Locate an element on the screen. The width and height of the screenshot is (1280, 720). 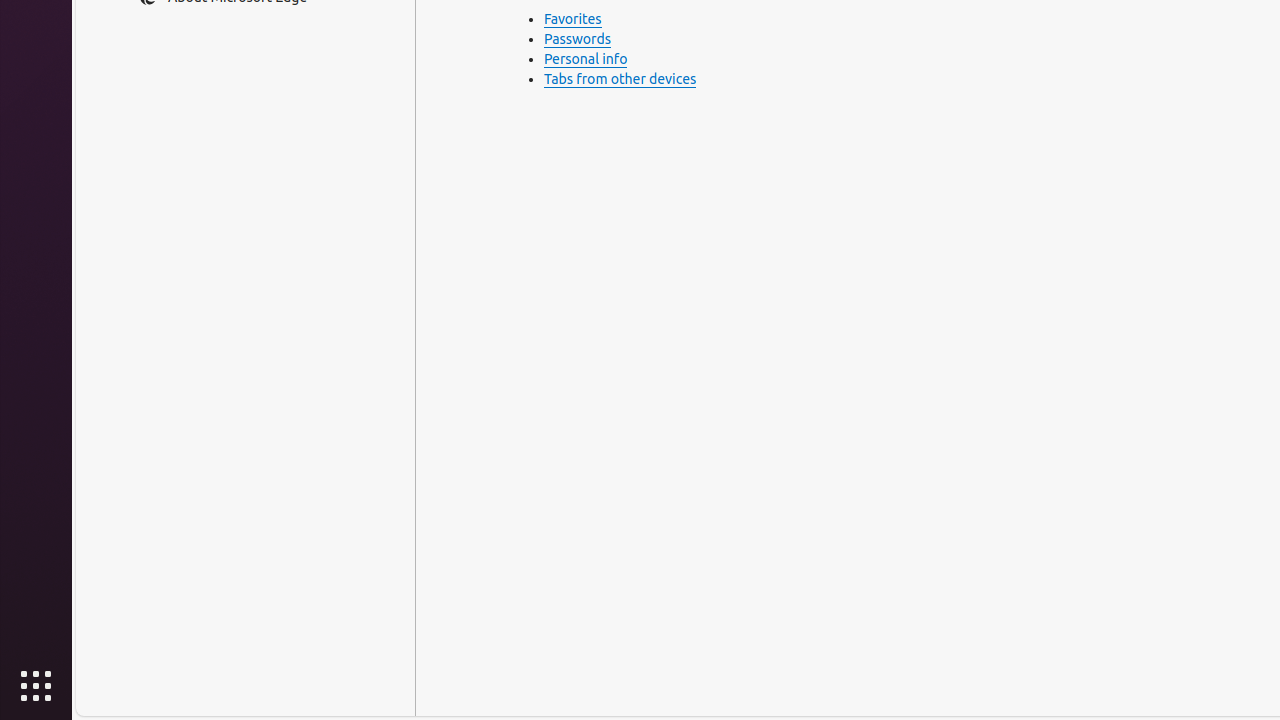
'Show Applications' is located at coordinates (35, 685).